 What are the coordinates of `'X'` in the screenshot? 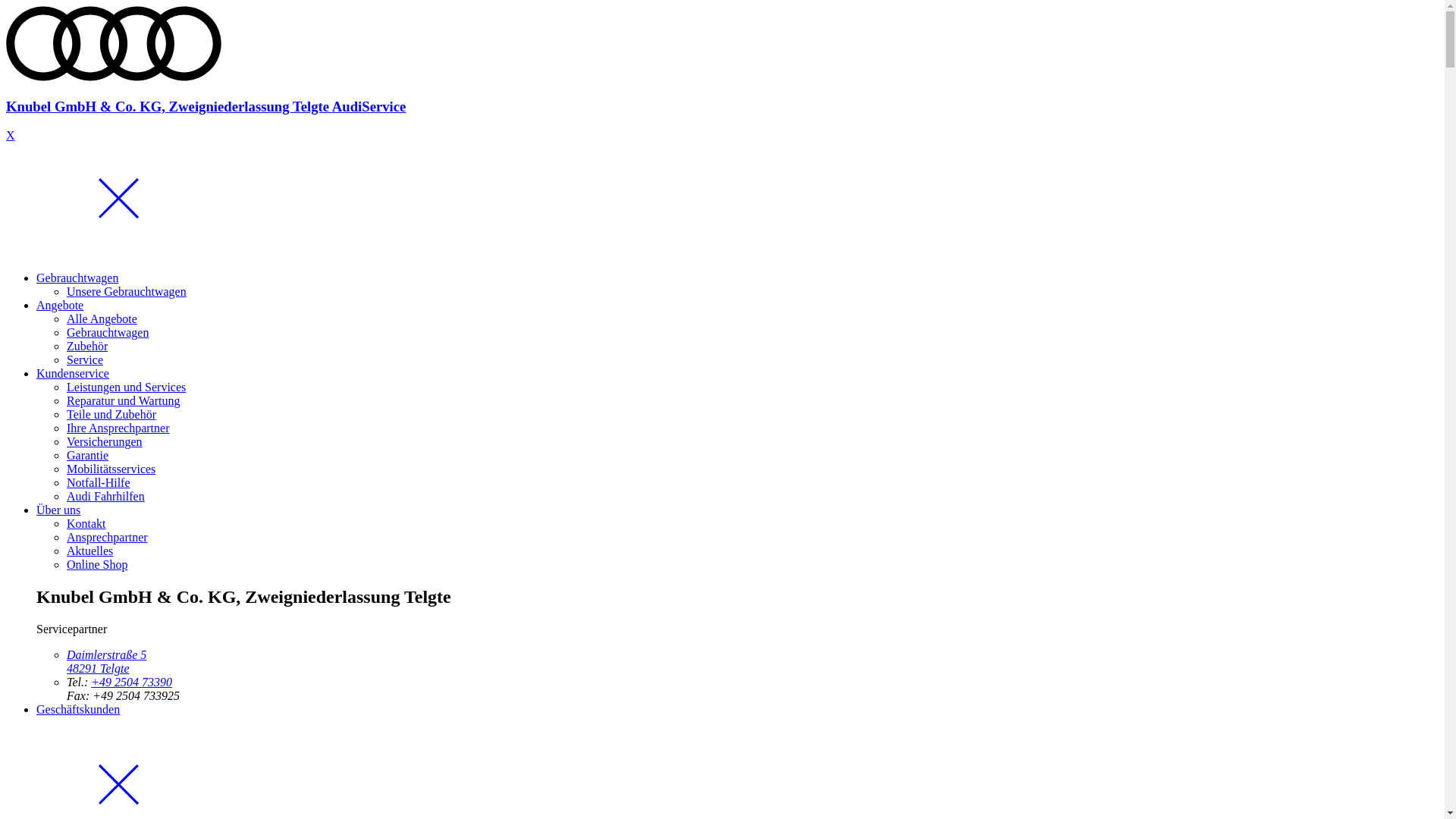 It's located at (11, 134).